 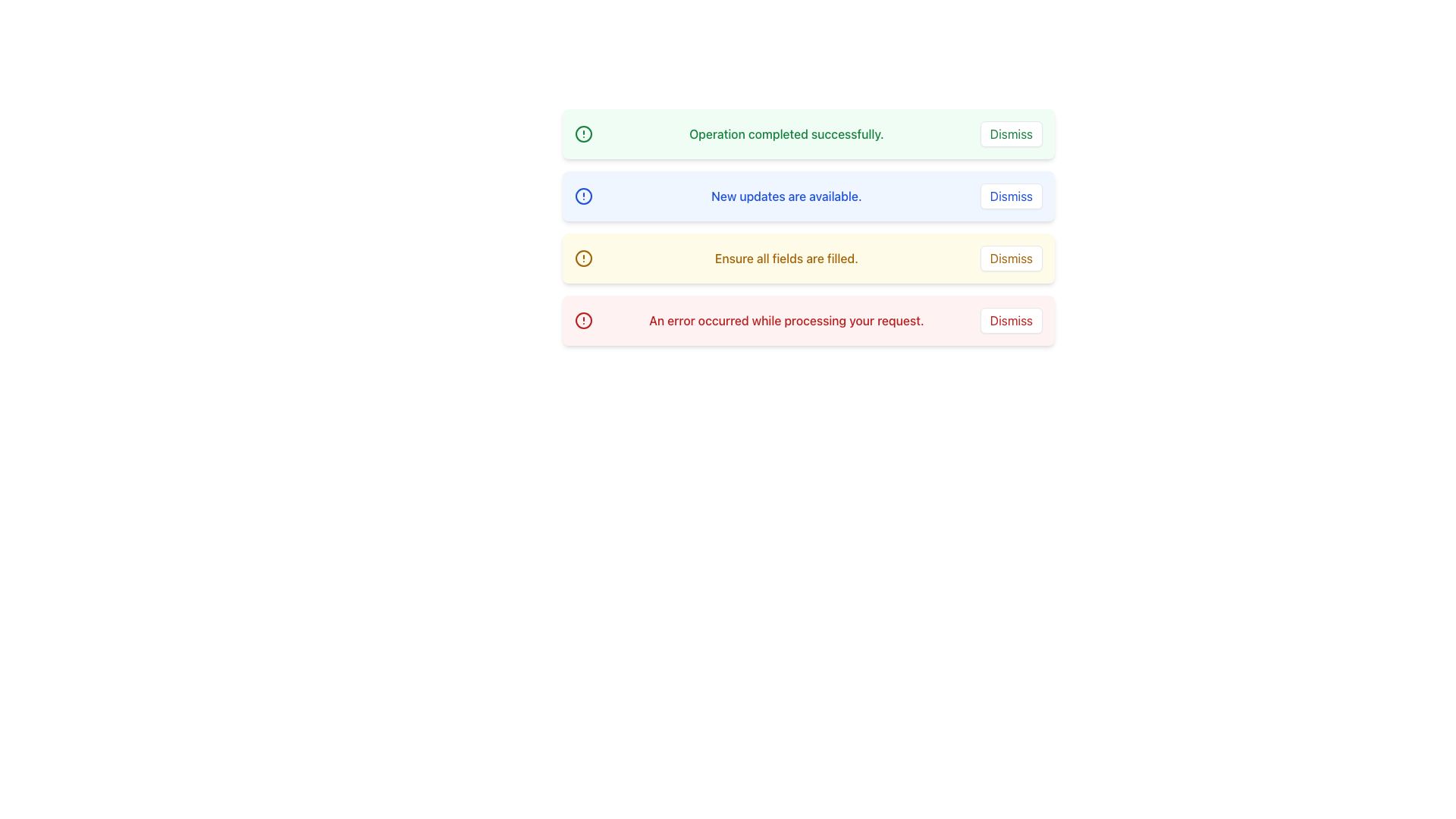 What do you see at coordinates (1011, 195) in the screenshot?
I see `the 'Dismiss' button, which is a rectangular button with rounded corners, white background, and blue text, located within a notification box with a blue background` at bounding box center [1011, 195].